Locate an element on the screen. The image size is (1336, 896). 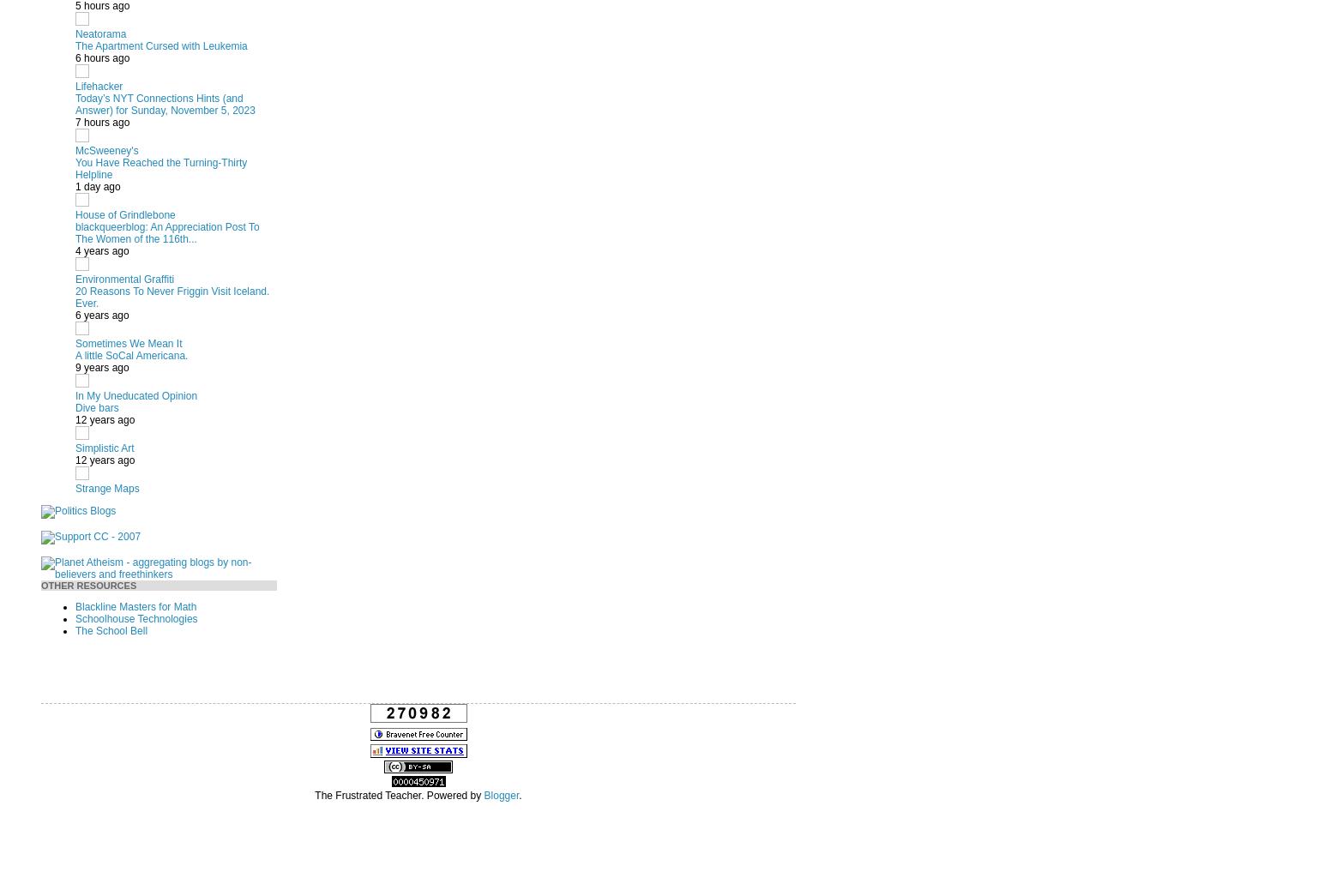
'The School Bell' is located at coordinates (110, 628).